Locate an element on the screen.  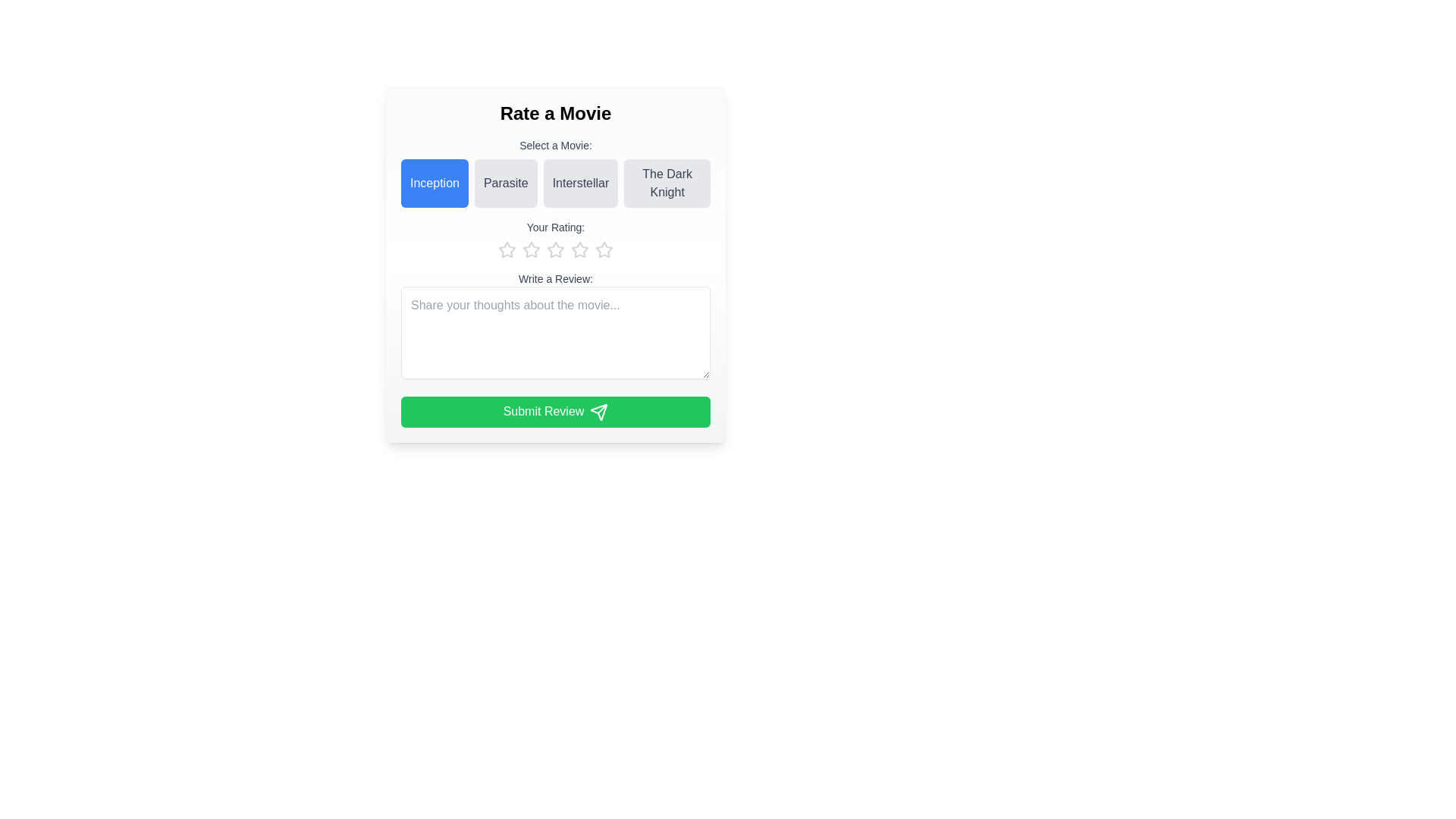
the fifth star icon in the rating widget to assign a rating of five out of five is located at coordinates (603, 249).